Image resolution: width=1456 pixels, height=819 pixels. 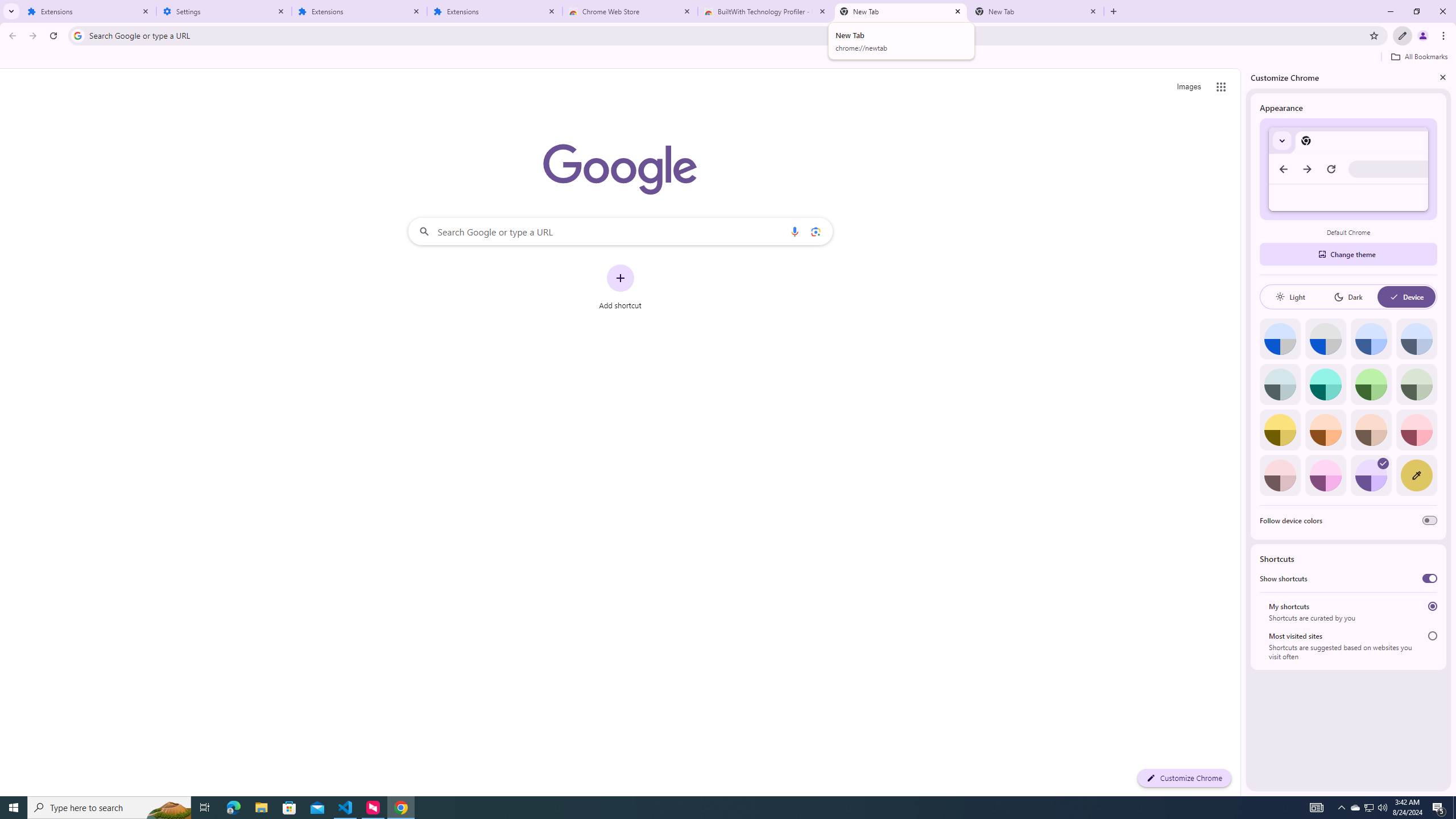 What do you see at coordinates (1189, 87) in the screenshot?
I see `'Search for Images '` at bounding box center [1189, 87].